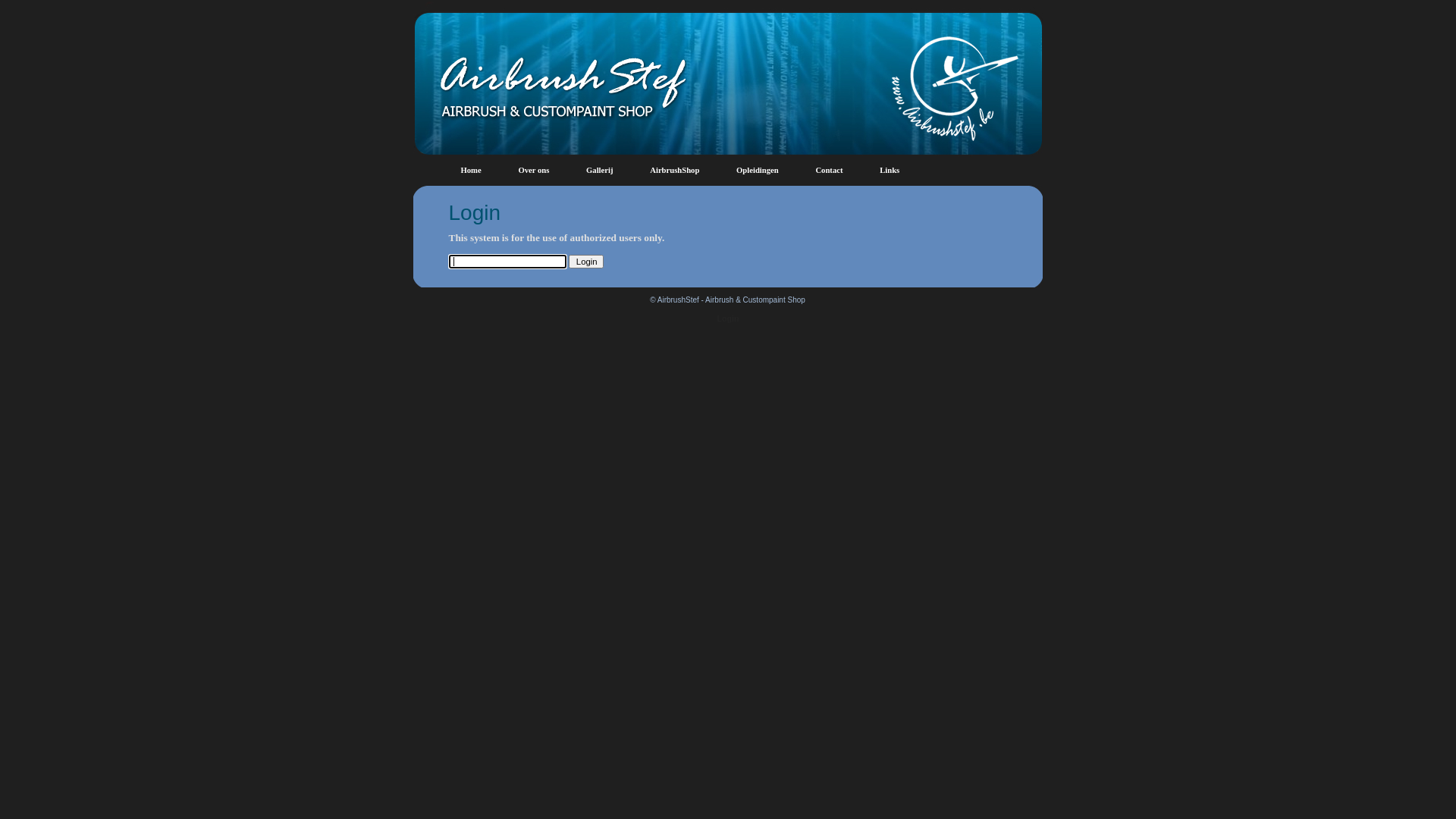 The height and width of the screenshot is (819, 1456). I want to click on 'AirbrushShop', so click(673, 170).